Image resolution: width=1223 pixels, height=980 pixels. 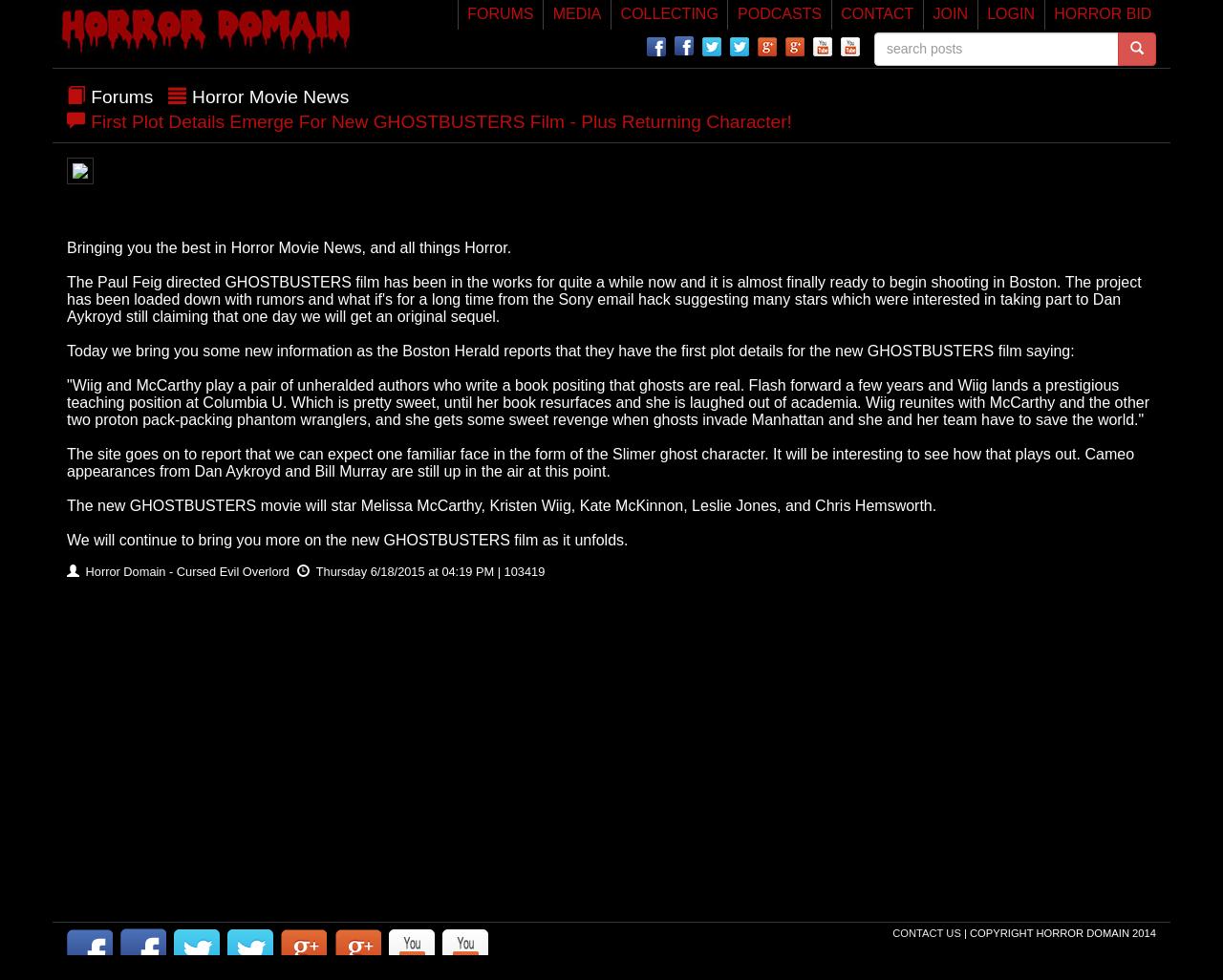 I want to click on 'Thursday 6/18/2015 at 04:19 PM | 103419', so click(x=427, y=569).